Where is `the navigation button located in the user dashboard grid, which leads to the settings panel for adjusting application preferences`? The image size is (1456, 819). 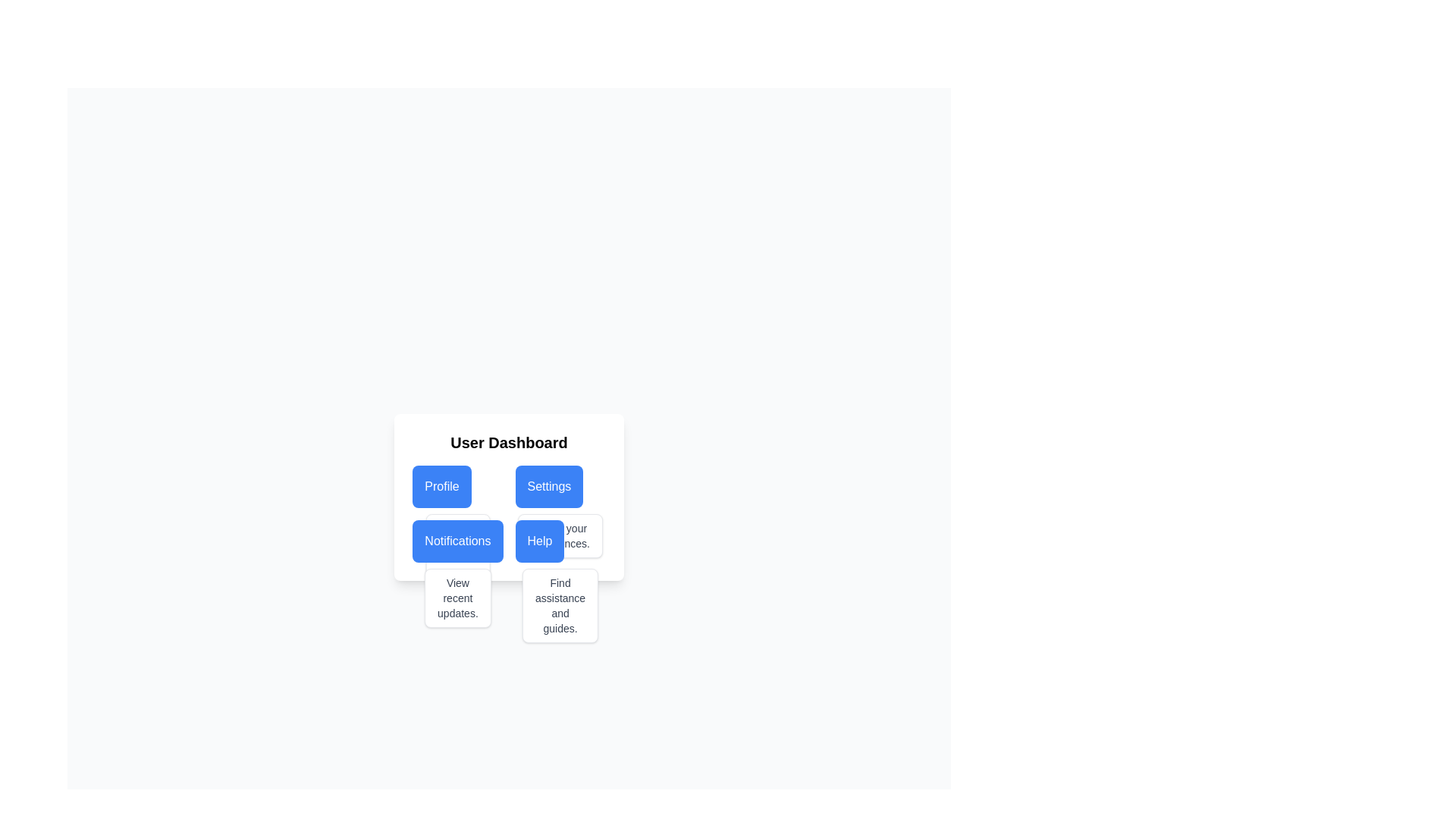 the navigation button located in the user dashboard grid, which leads to the settings panel for adjusting application preferences is located at coordinates (548, 486).